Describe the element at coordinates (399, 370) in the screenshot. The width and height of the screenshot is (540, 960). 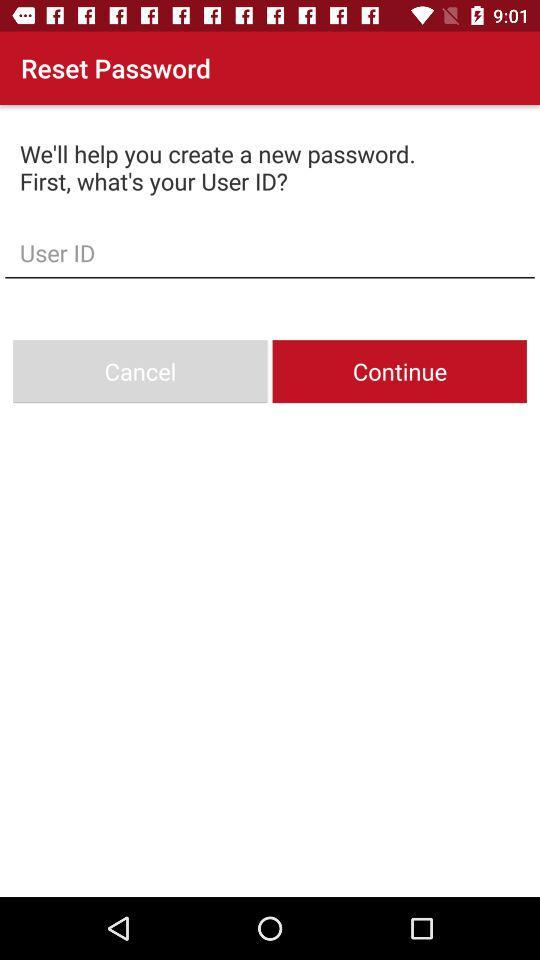
I see `the continue` at that location.